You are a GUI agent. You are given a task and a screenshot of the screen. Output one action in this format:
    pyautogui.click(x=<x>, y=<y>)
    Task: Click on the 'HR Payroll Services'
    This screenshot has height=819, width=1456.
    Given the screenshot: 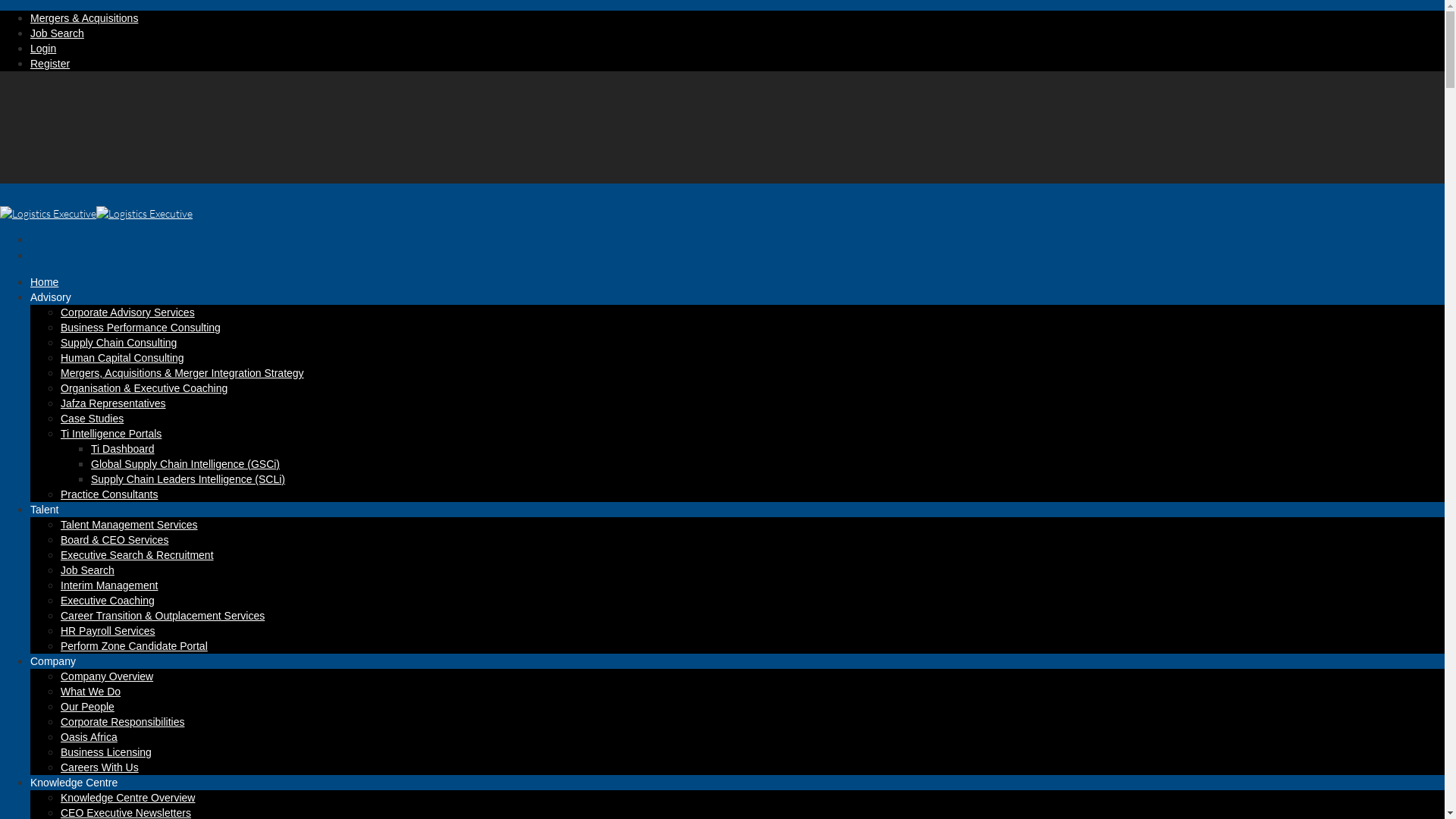 What is the action you would take?
    pyautogui.click(x=107, y=631)
    